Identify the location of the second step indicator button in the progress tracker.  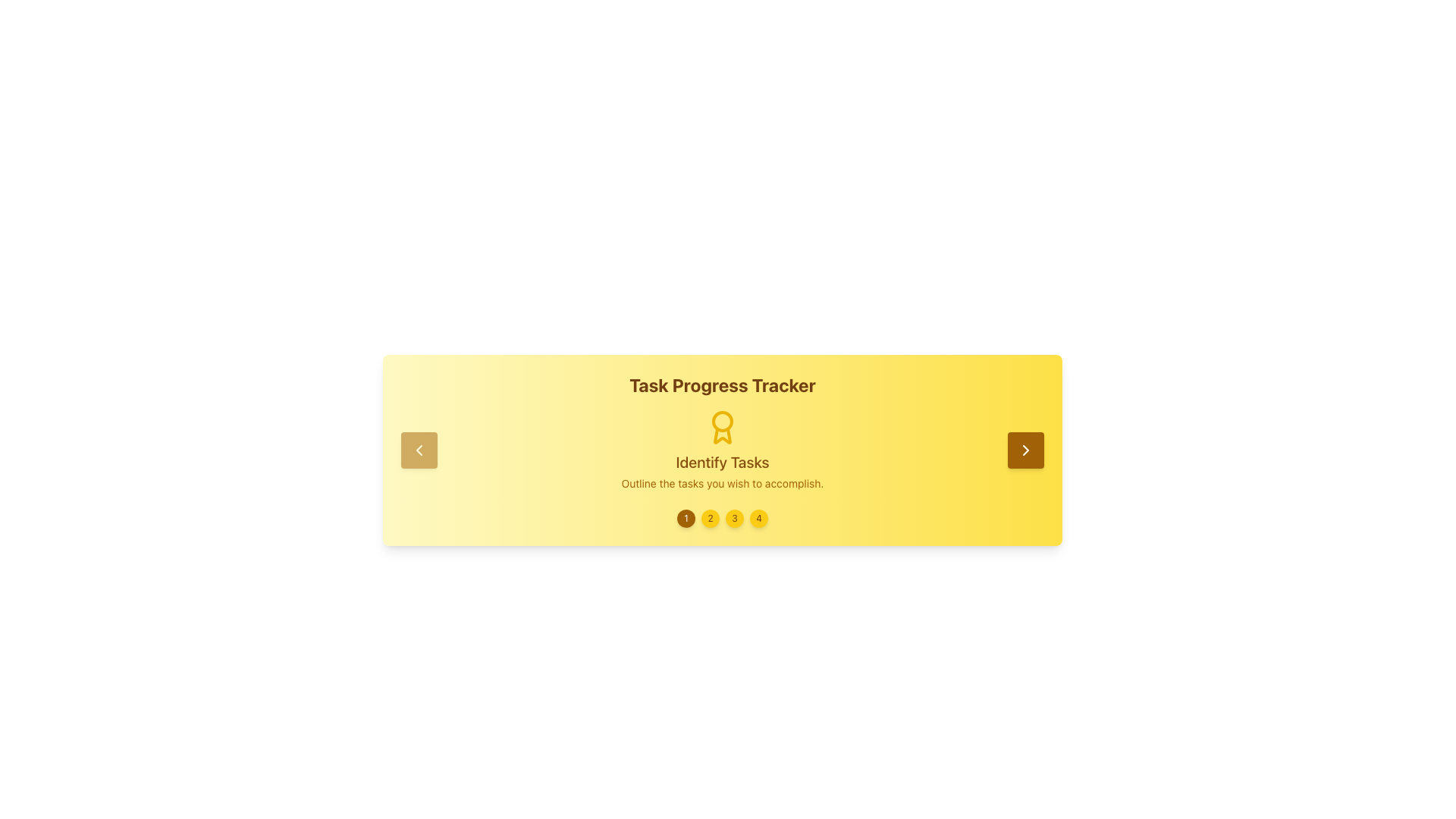
(709, 517).